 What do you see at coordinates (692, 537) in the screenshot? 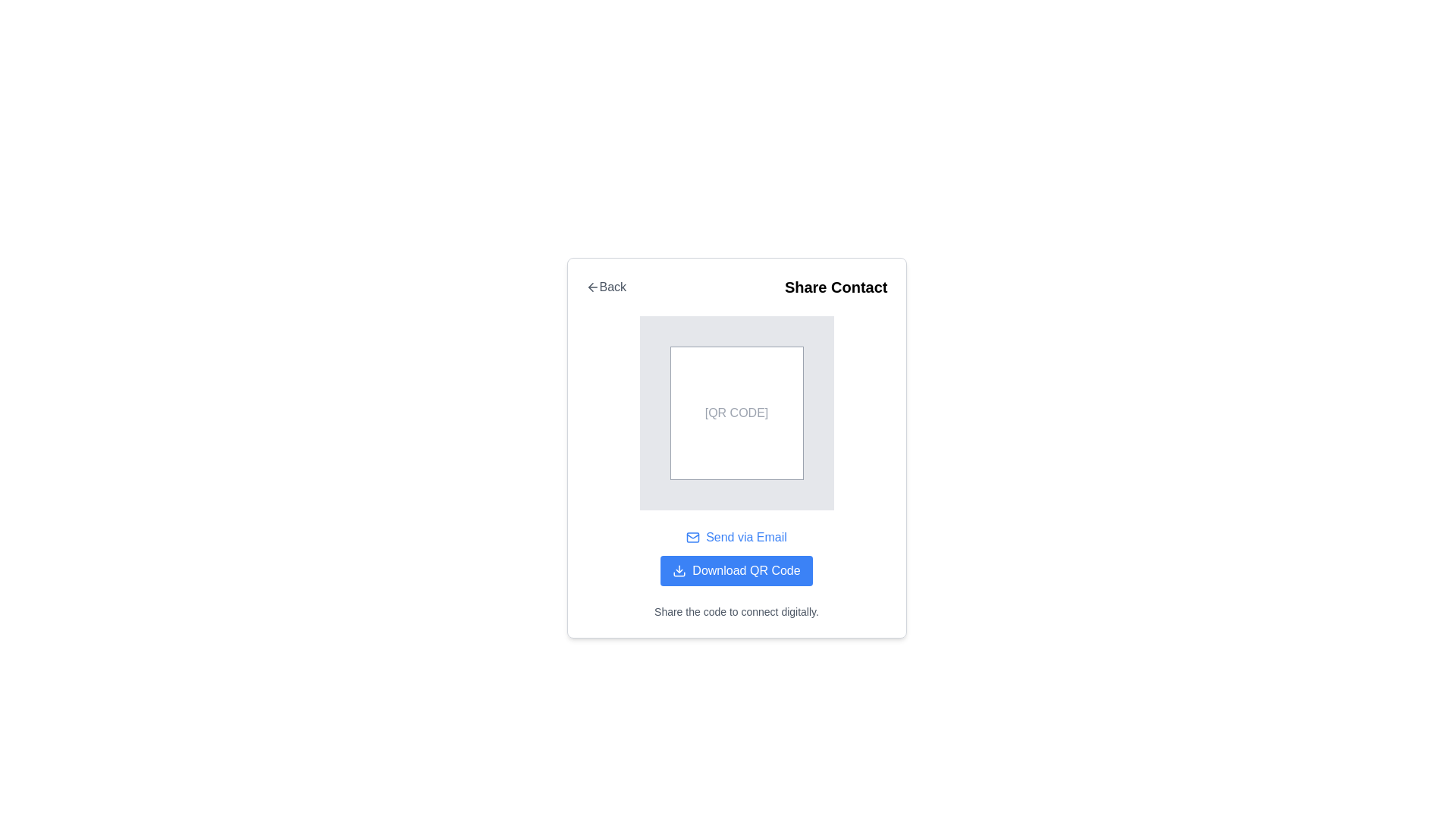
I see `the graphical rectangle within the 'Send via Email' icon, which is located above the blue 'Download QR Code' button` at bounding box center [692, 537].